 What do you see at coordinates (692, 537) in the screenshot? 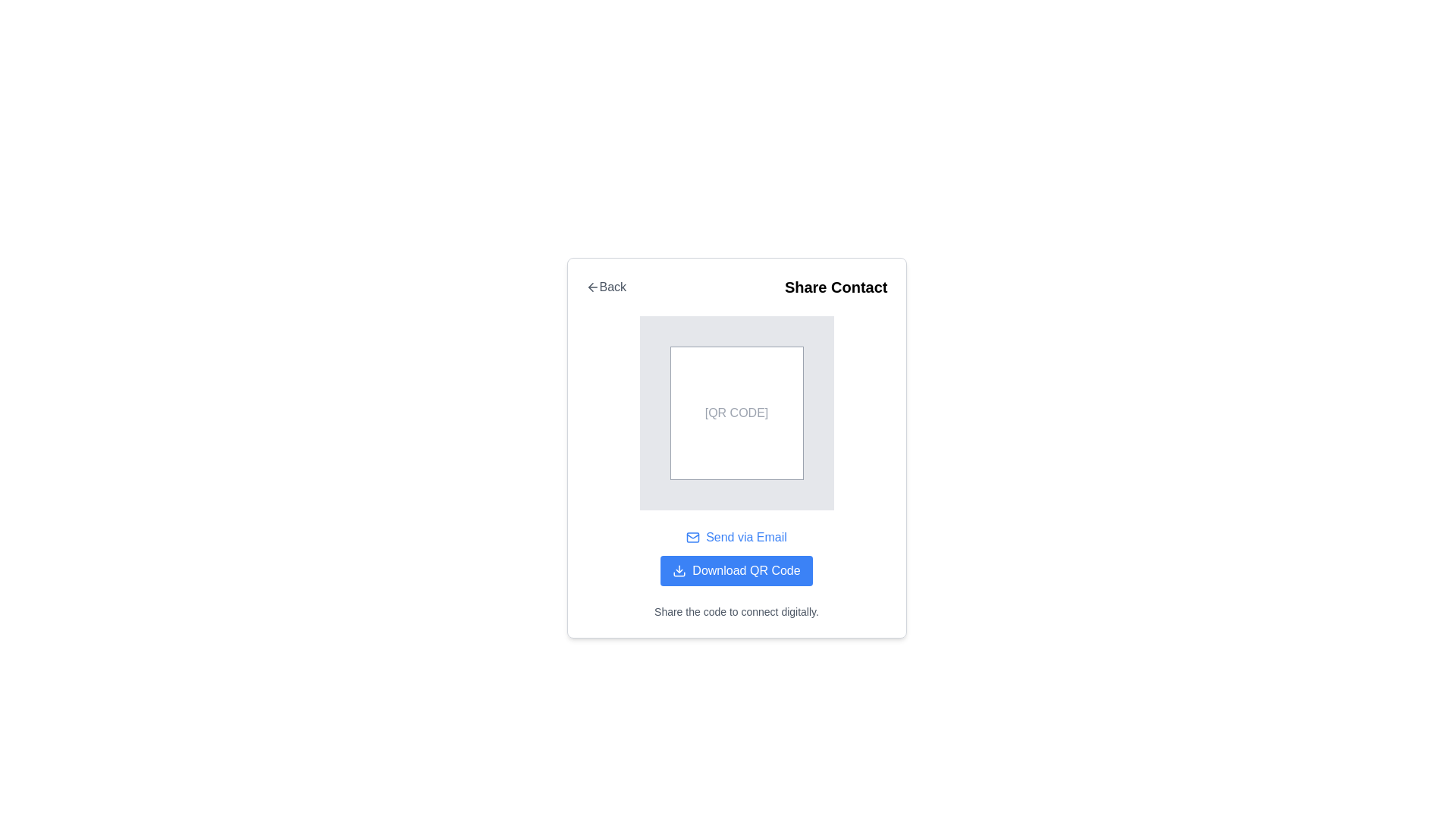
I see `the graphical rectangle within the 'Send via Email' icon, which is located above the blue 'Download QR Code' button` at bounding box center [692, 537].